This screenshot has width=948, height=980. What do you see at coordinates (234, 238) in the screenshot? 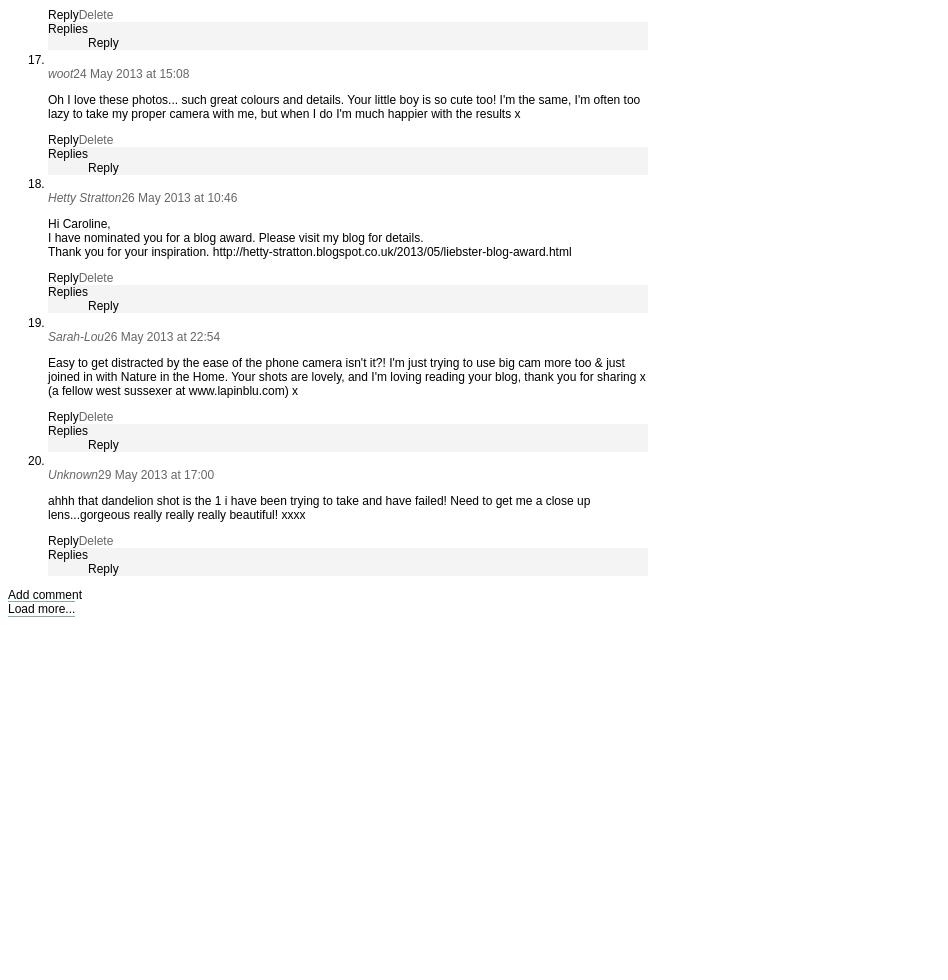
I see `'I have nominated you for a blog award. Please visit my blog for details.'` at bounding box center [234, 238].